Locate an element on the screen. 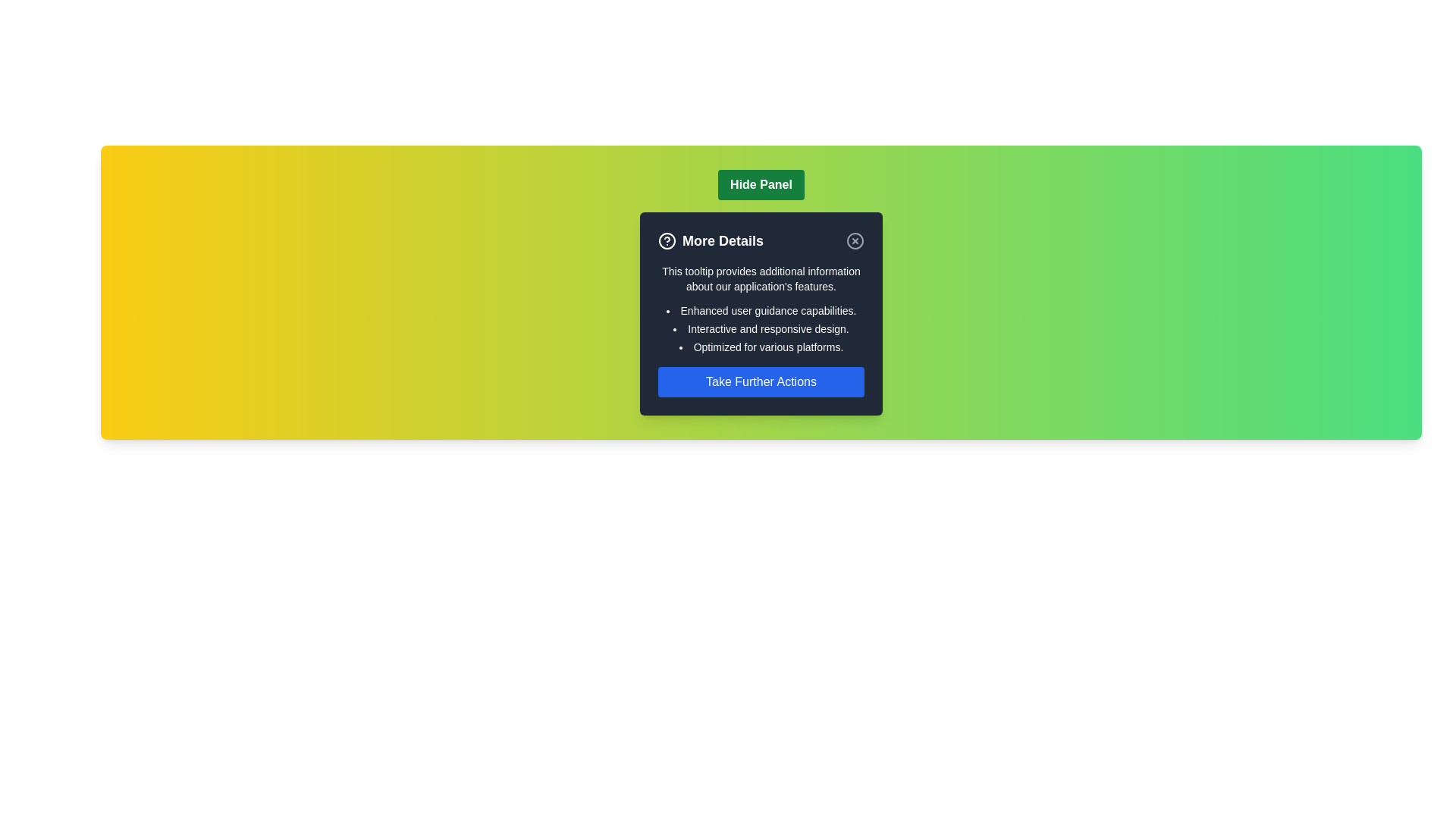  the text label that reads 'Optimized for various platforms.' which is the third item in the ordered list of a tooltip titled 'More Details.' is located at coordinates (761, 347).